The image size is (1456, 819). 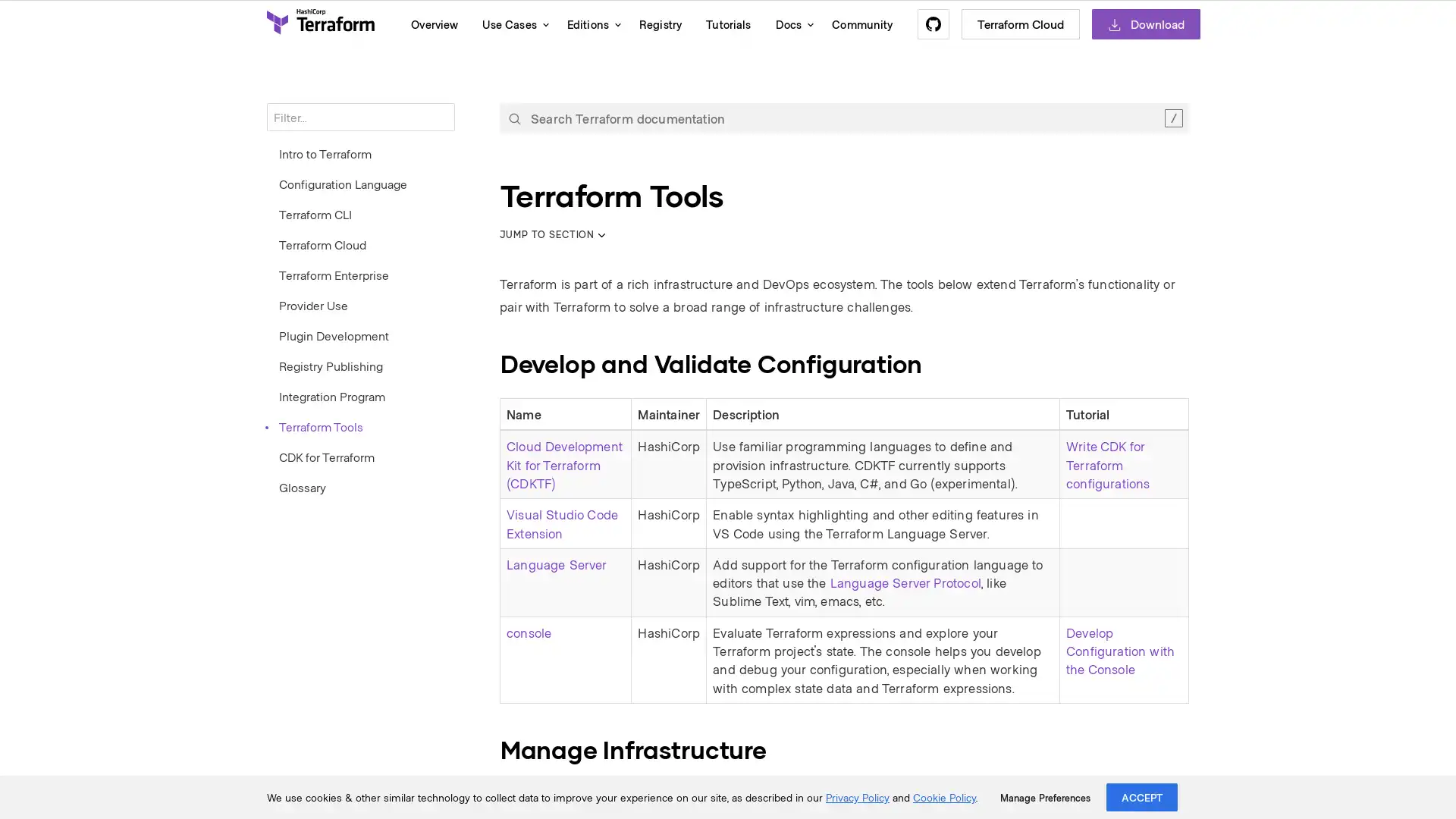 I want to click on Submit your search query., so click(x=514, y=117).